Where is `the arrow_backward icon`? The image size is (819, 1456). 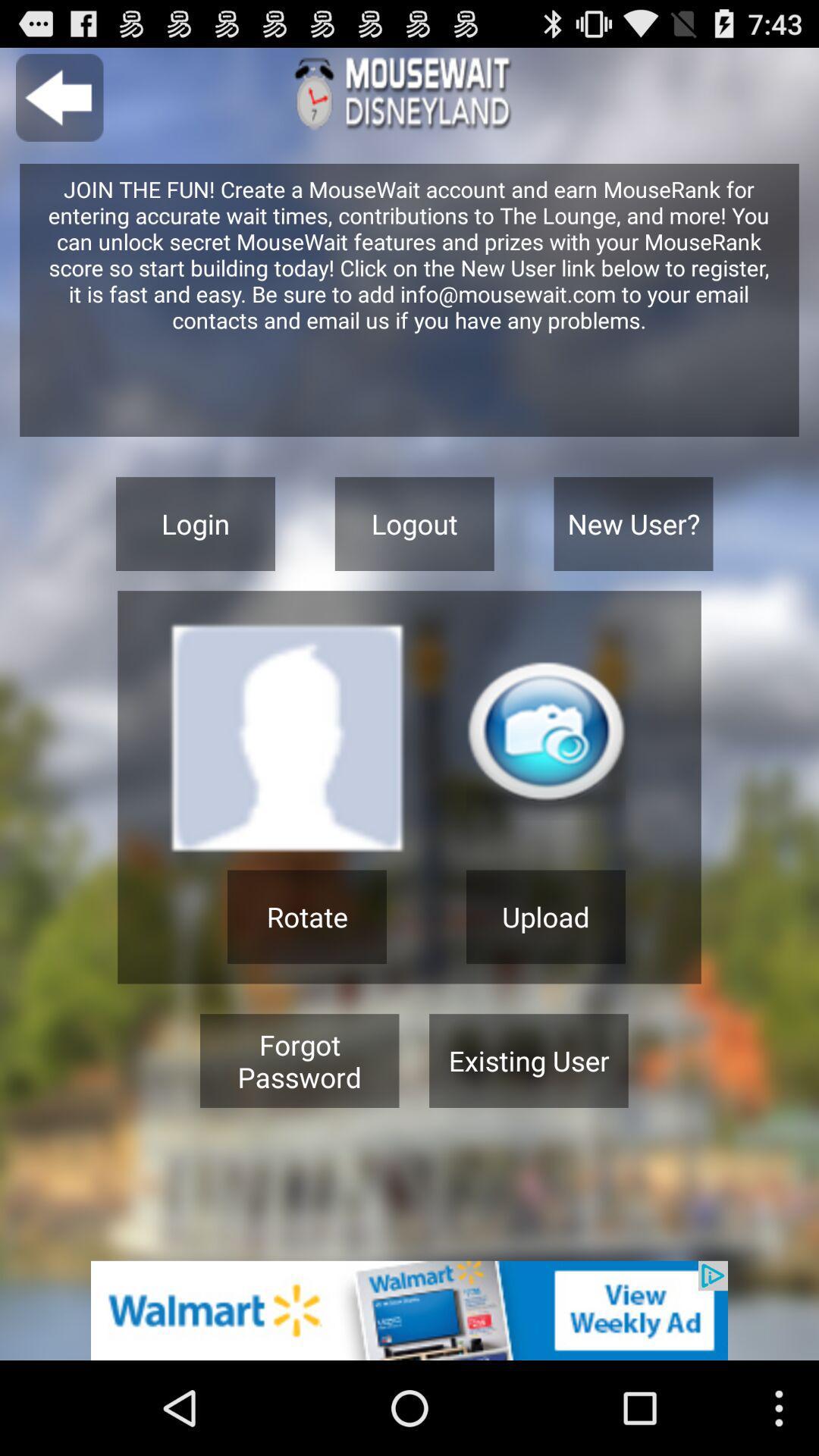
the arrow_backward icon is located at coordinates (58, 104).